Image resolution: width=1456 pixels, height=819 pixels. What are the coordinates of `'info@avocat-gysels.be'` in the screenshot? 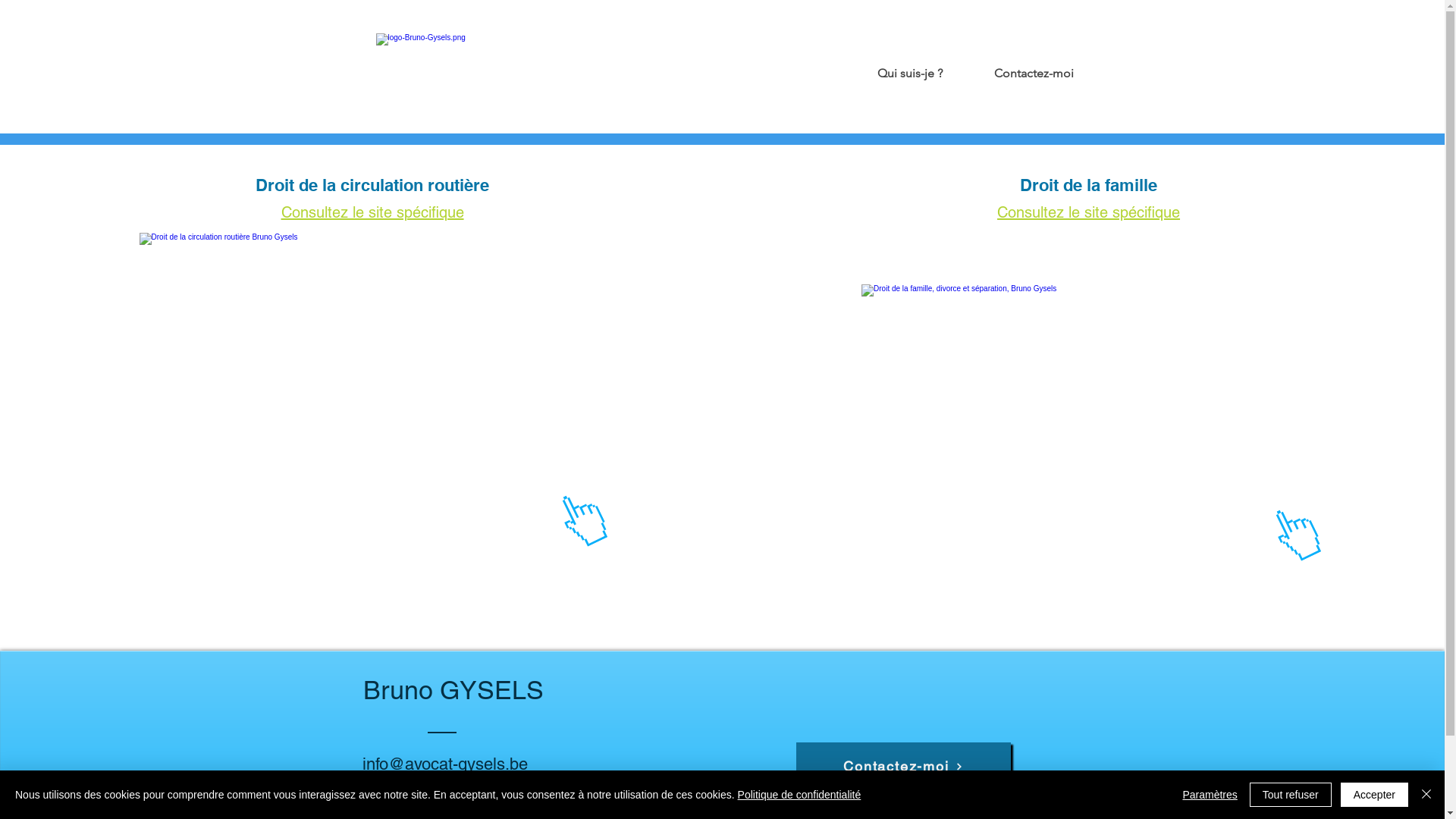 It's located at (444, 764).